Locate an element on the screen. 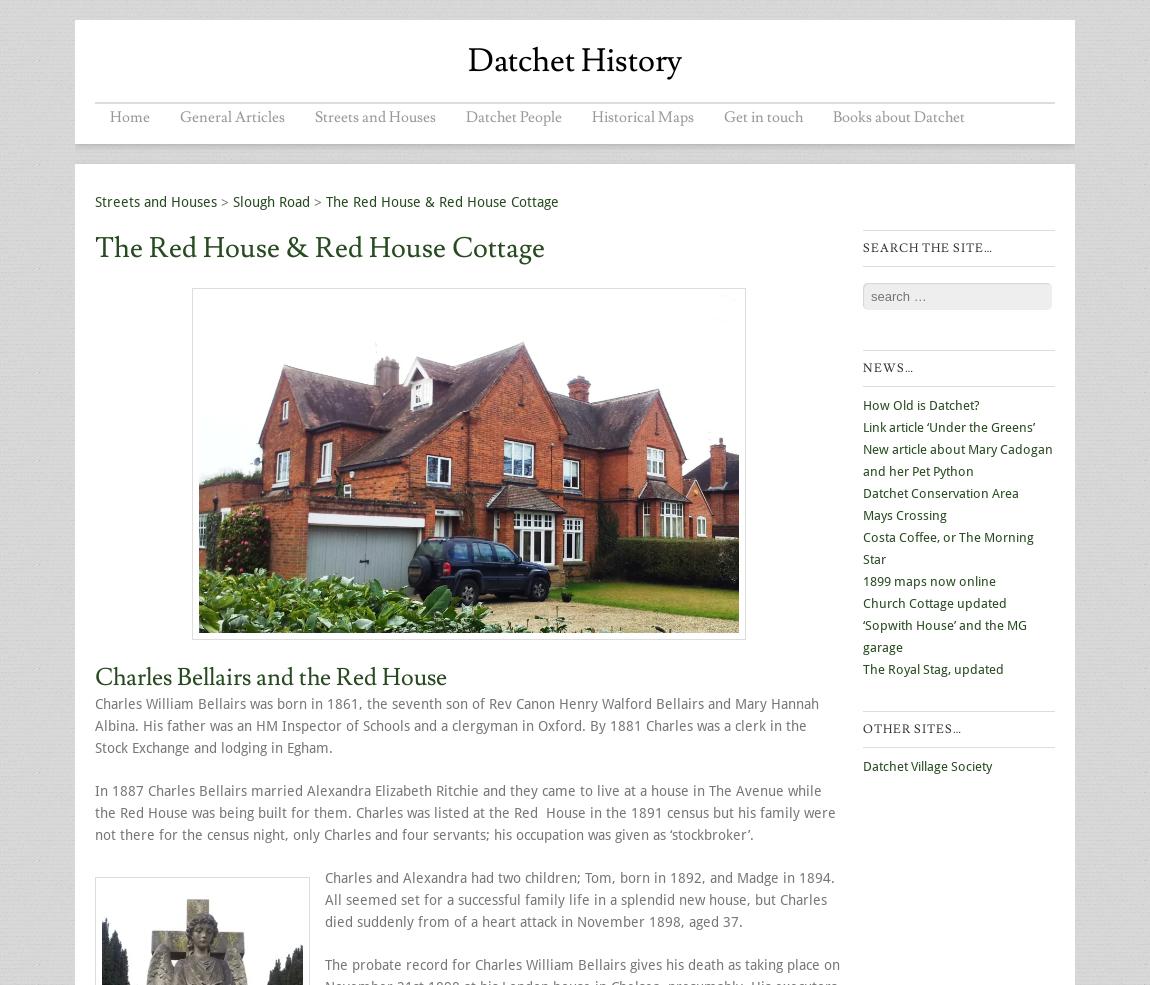 Image resolution: width=1150 pixels, height=985 pixels. 'Menu' is located at coordinates (130, 121).